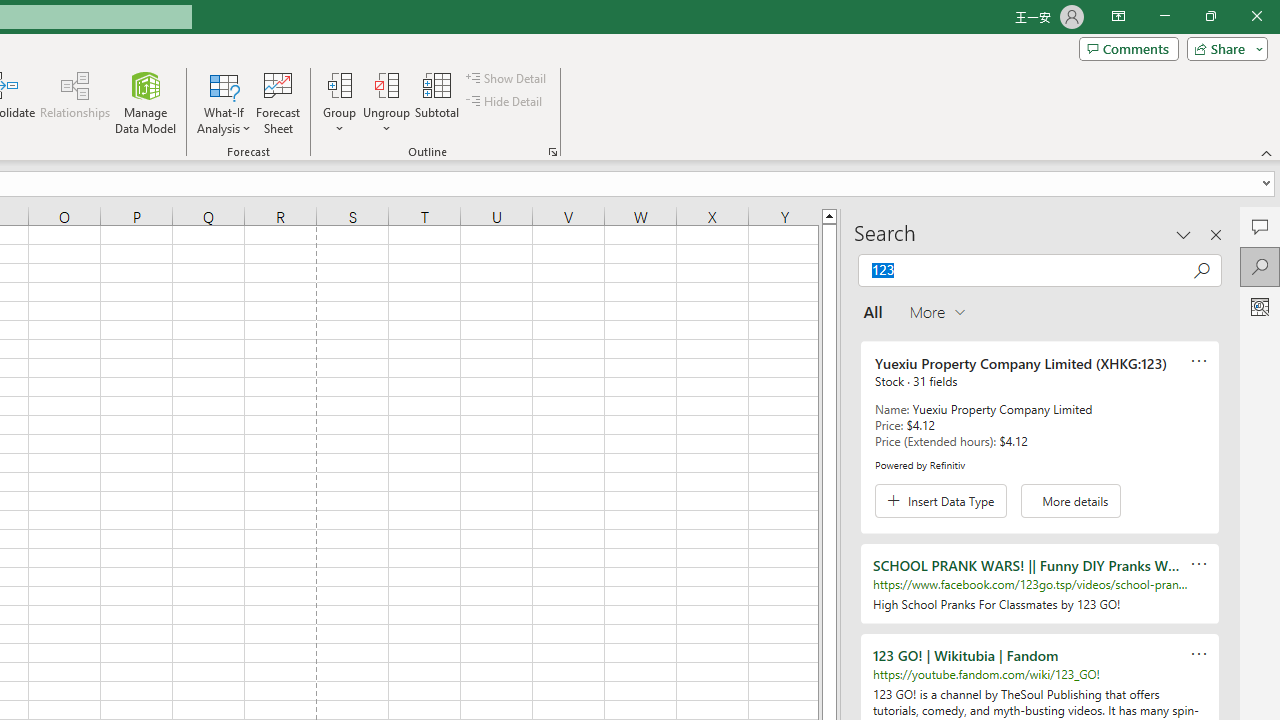 This screenshot has width=1280, height=720. What do you see at coordinates (144, 103) in the screenshot?
I see `'Manage Data Model'` at bounding box center [144, 103].